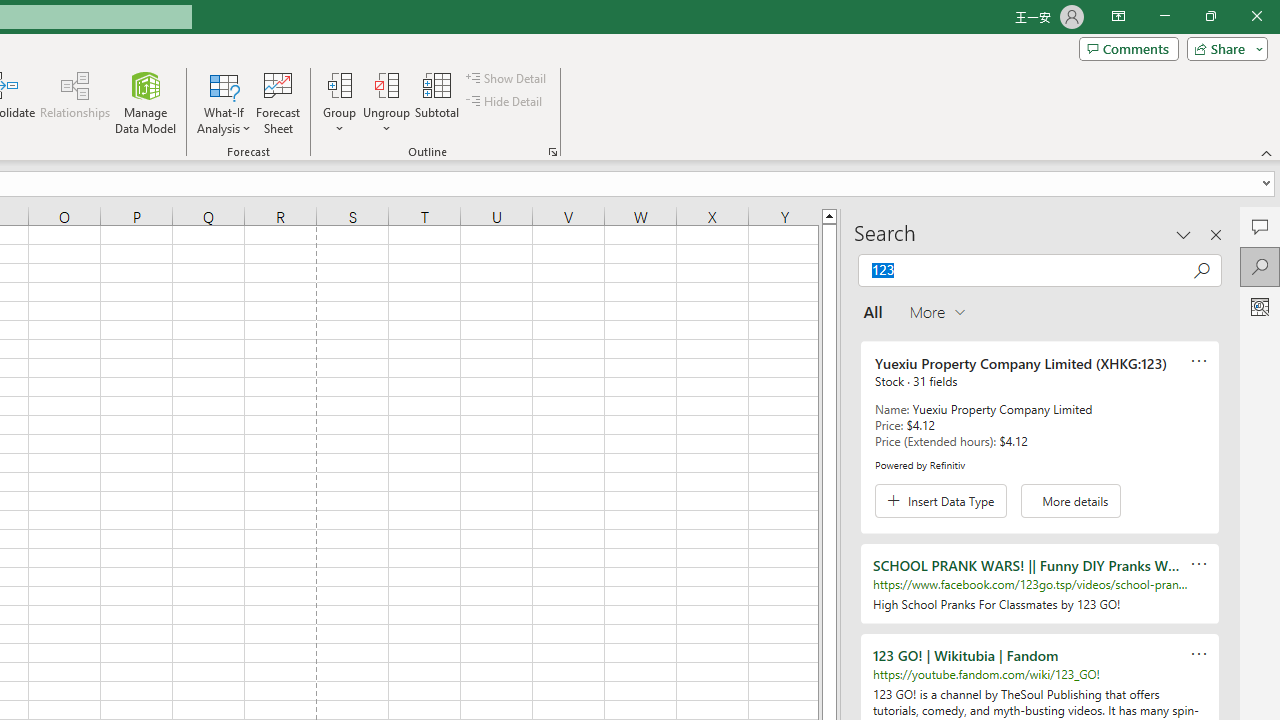 This screenshot has width=1280, height=720. What do you see at coordinates (144, 103) in the screenshot?
I see `'Manage Data Model'` at bounding box center [144, 103].